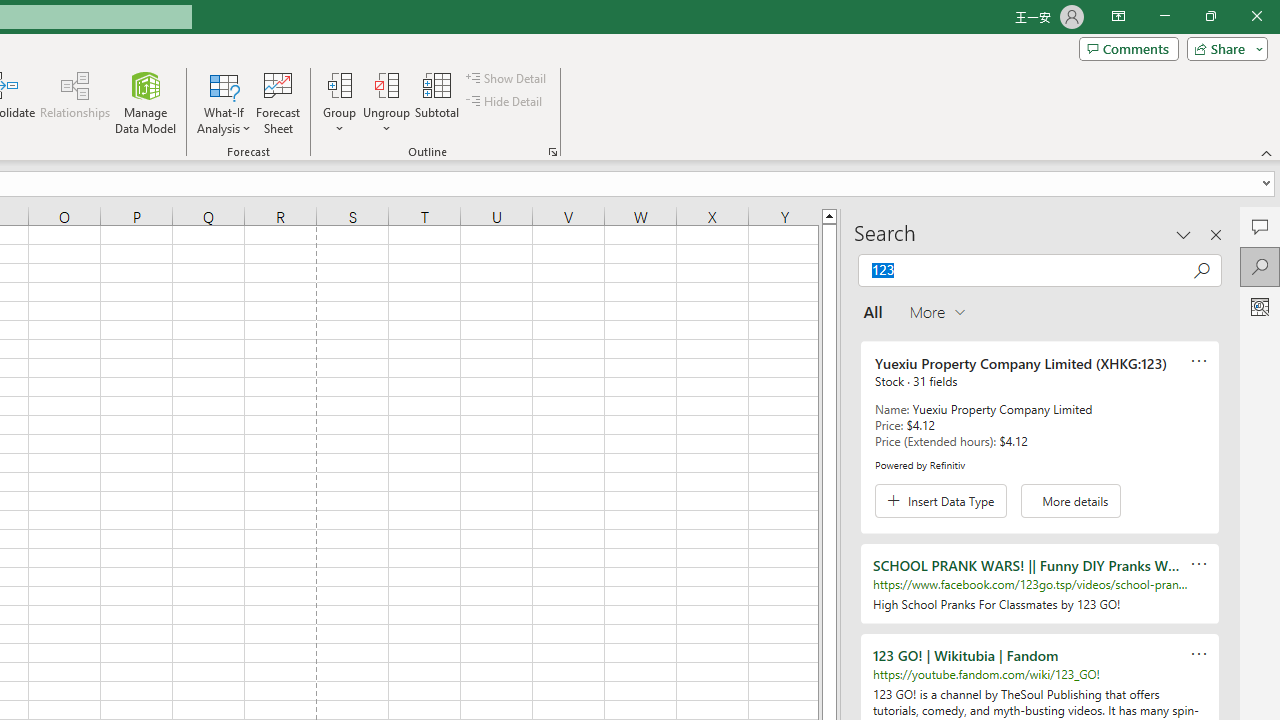 This screenshot has width=1280, height=720. What do you see at coordinates (144, 103) in the screenshot?
I see `'Manage Data Model'` at bounding box center [144, 103].